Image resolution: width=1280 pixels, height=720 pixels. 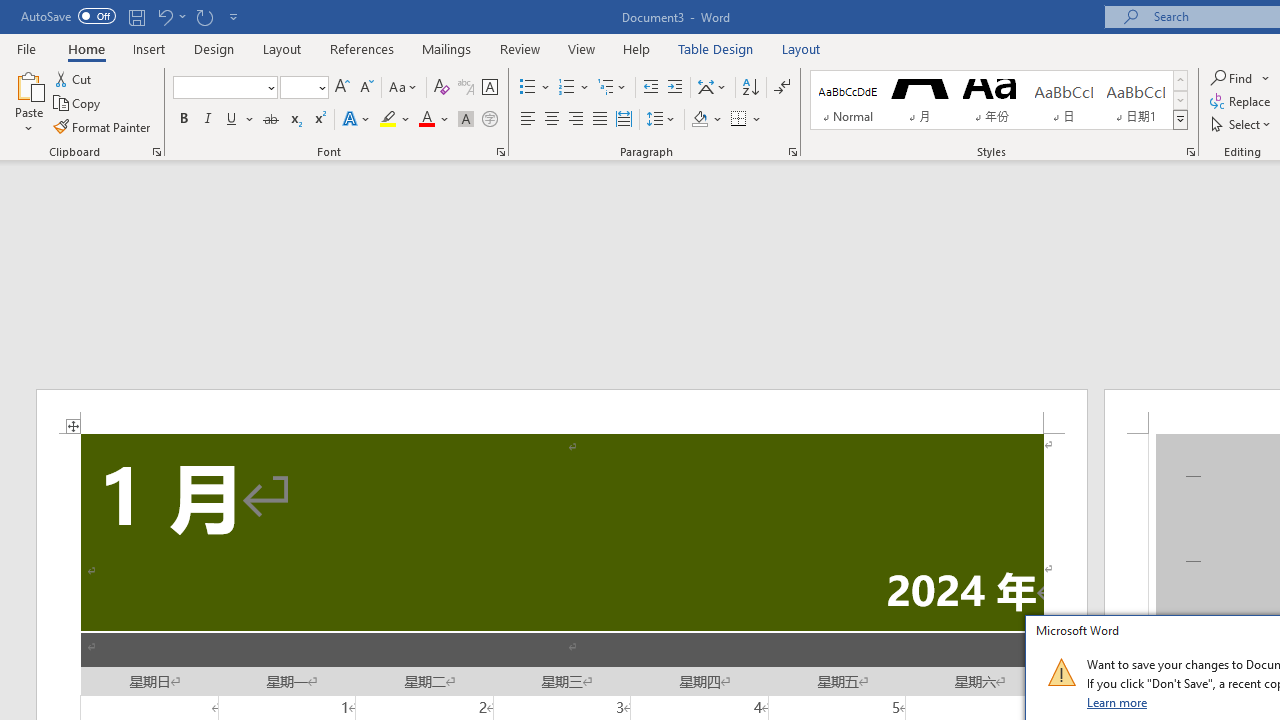 What do you see at coordinates (560, 410) in the screenshot?
I see `'Header -Section 1-'` at bounding box center [560, 410].